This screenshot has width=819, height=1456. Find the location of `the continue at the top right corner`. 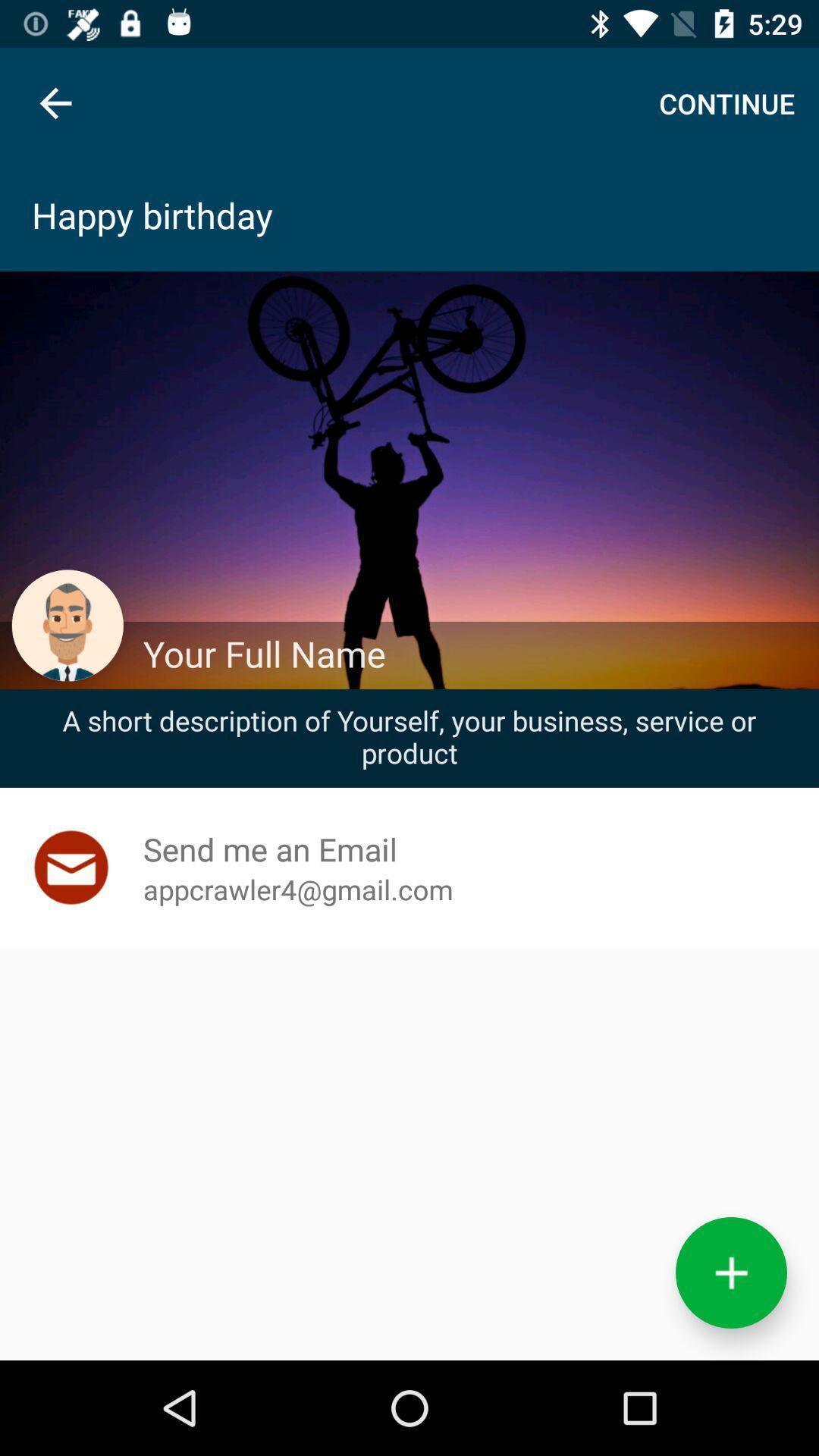

the continue at the top right corner is located at coordinates (726, 102).